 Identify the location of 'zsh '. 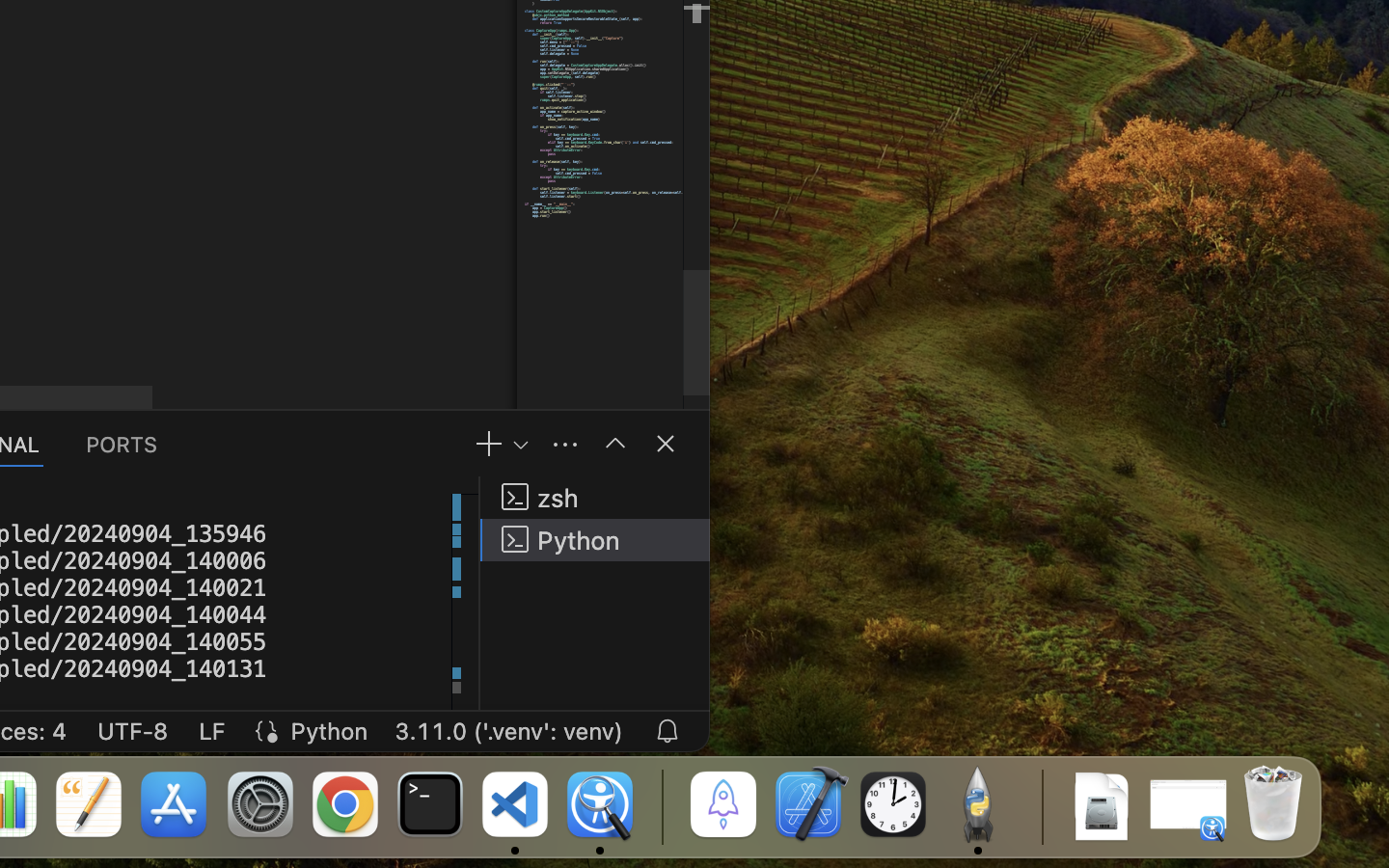
(594, 496).